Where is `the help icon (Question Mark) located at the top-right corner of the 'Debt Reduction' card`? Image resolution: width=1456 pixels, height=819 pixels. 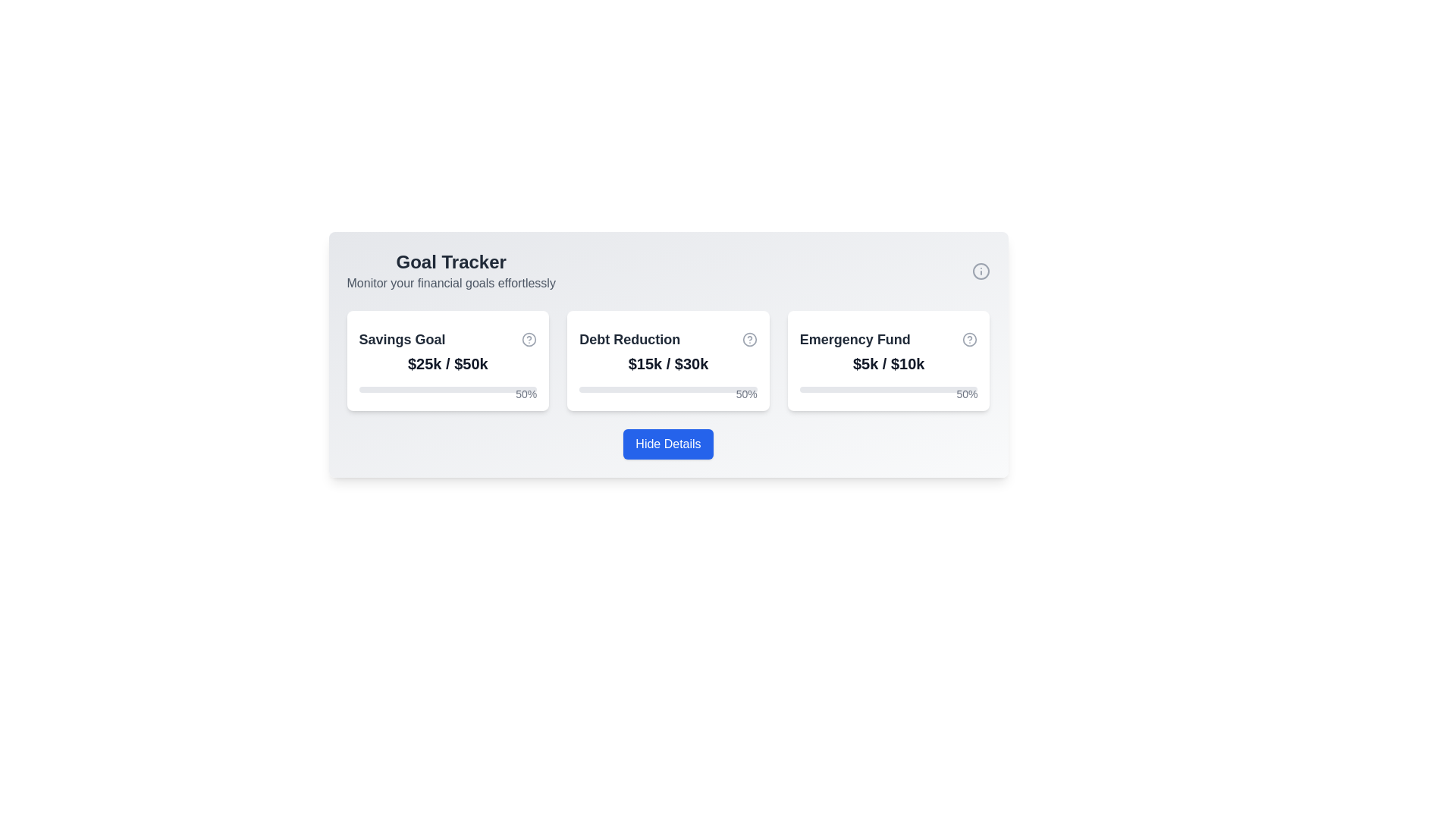 the help icon (Question Mark) located at the top-right corner of the 'Debt Reduction' card is located at coordinates (749, 338).